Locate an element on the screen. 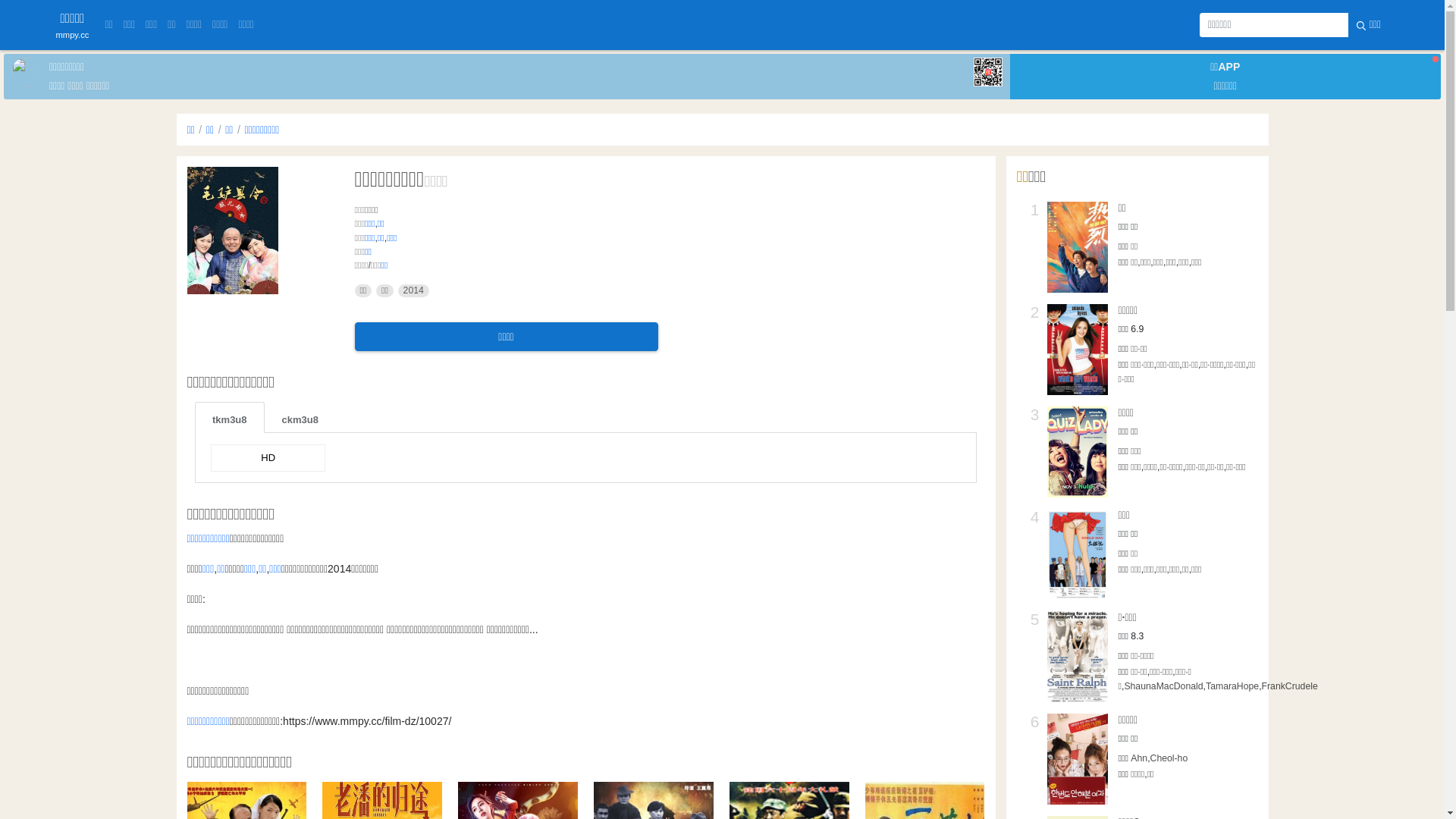 This screenshot has width=1456, height=819. 'Ahn' is located at coordinates (1139, 758).